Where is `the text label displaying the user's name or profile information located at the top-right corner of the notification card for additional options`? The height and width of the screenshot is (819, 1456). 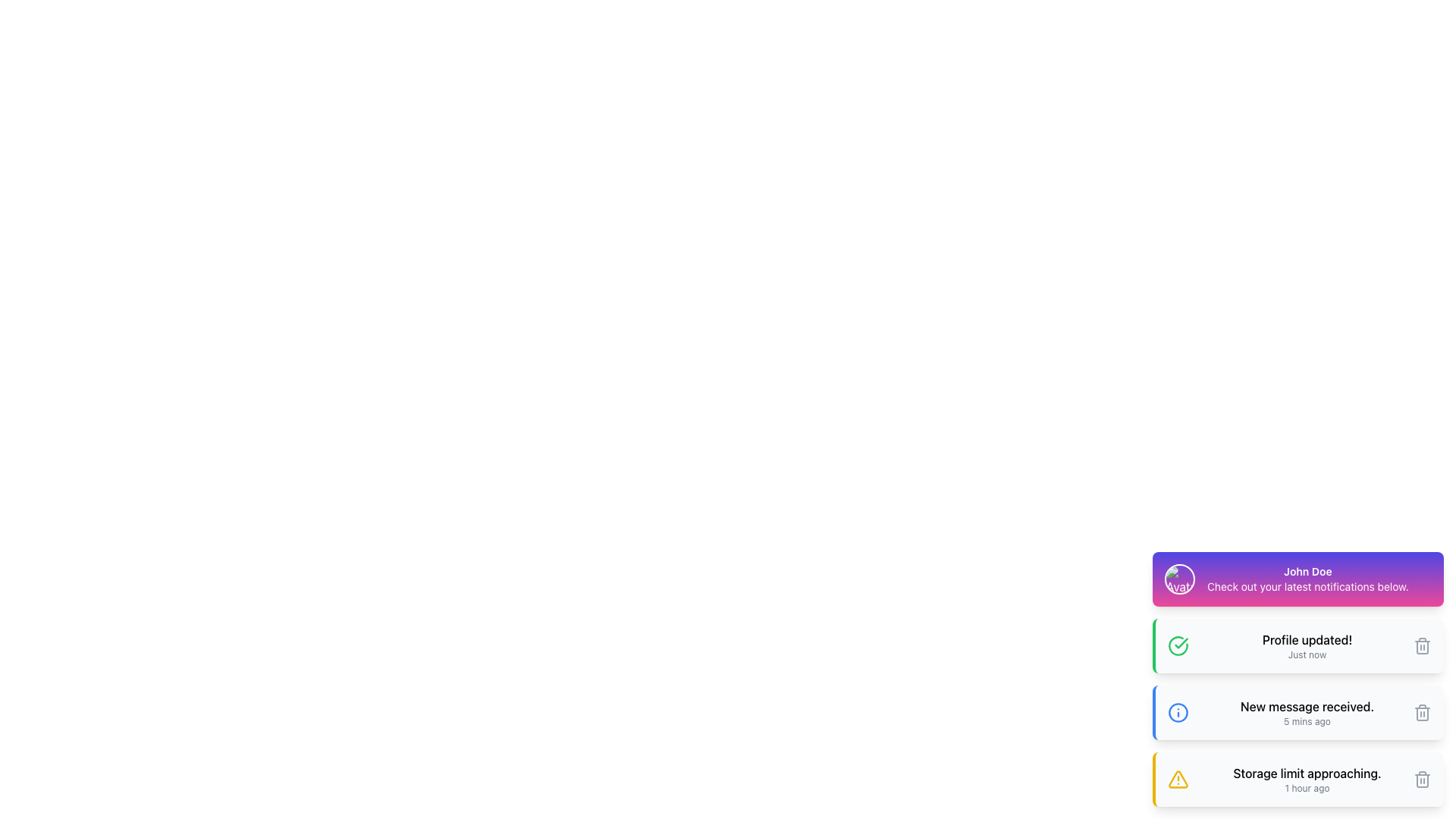 the text label displaying the user's name or profile information located at the top-right corner of the notification card for additional options is located at coordinates (1307, 571).